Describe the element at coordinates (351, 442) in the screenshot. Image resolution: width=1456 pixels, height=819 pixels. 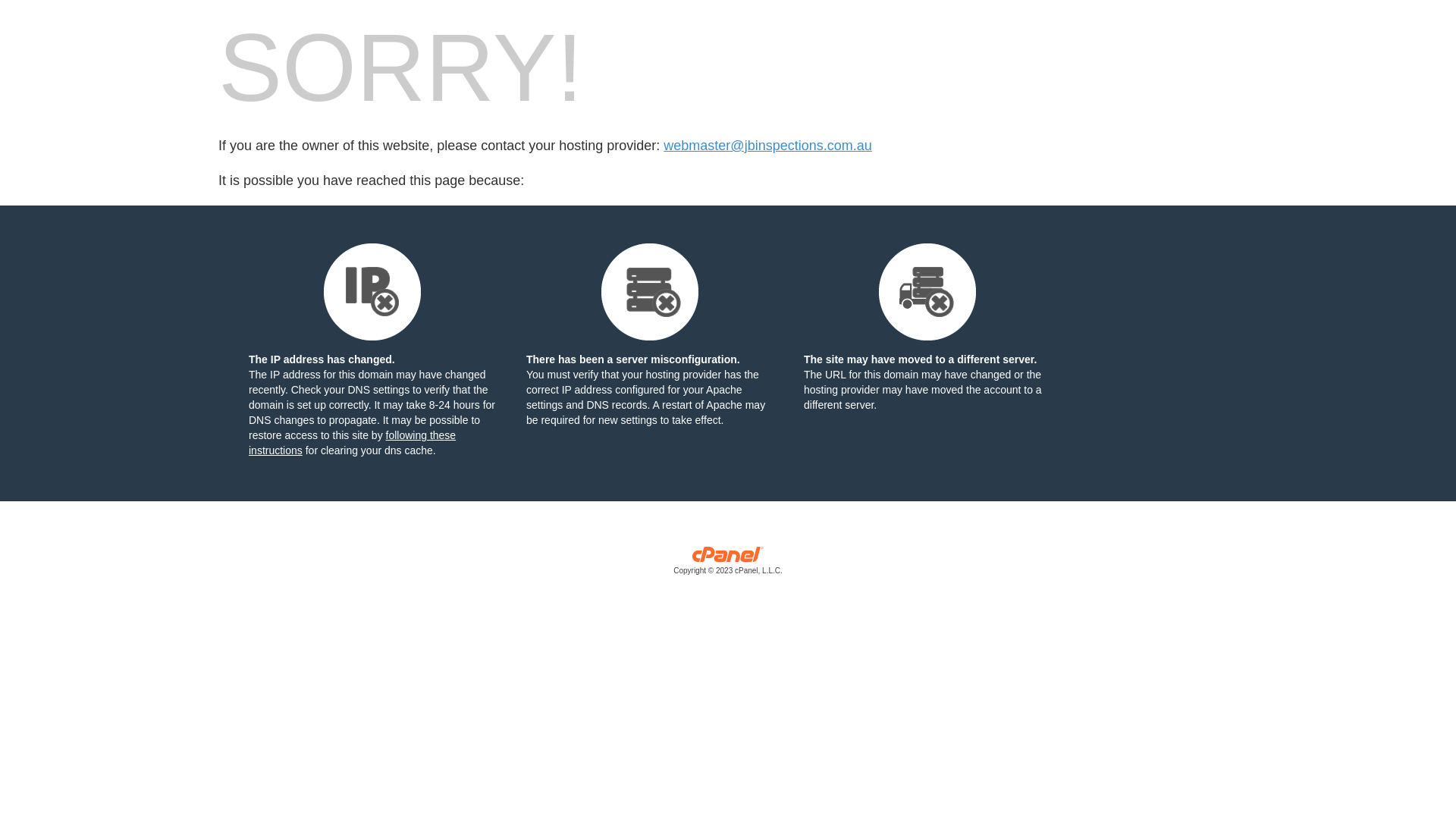
I see `'following these instructions'` at that location.